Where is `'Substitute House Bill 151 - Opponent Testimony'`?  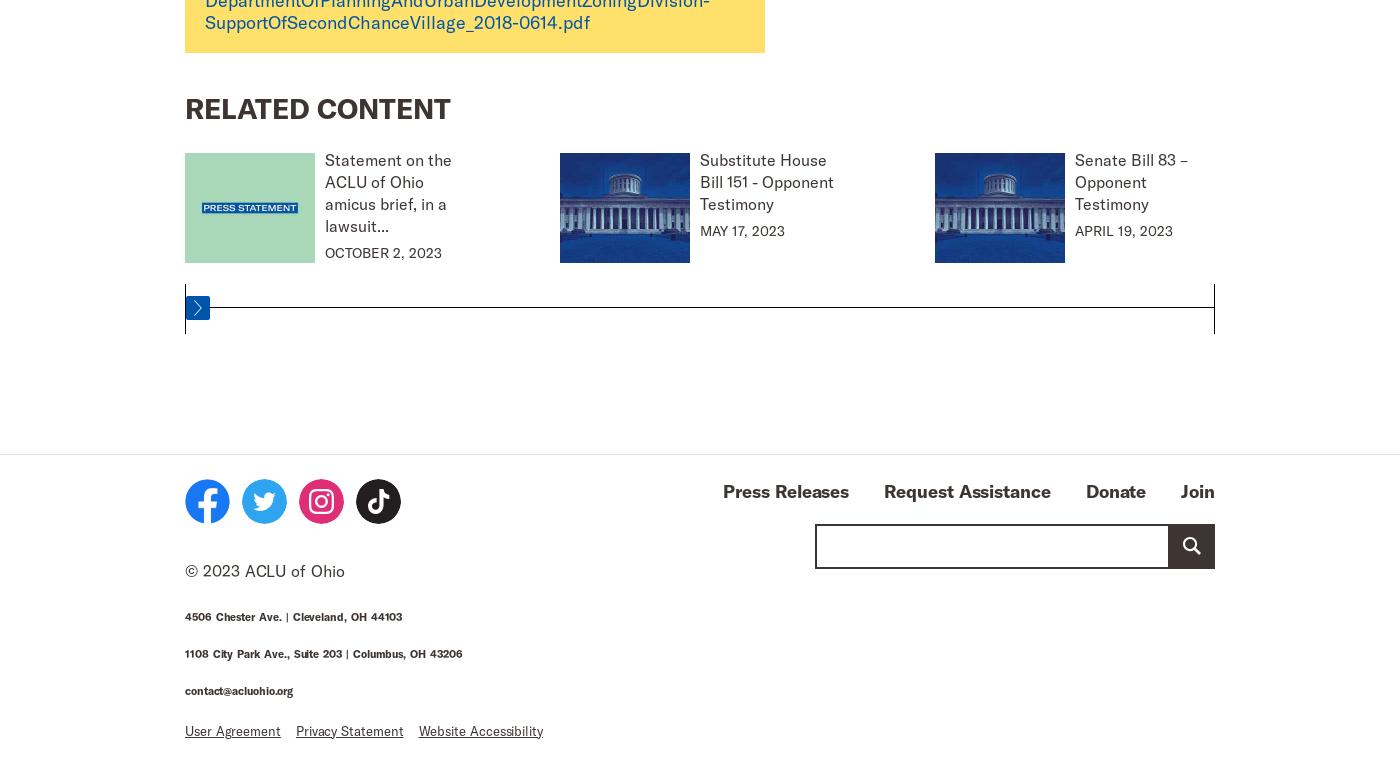 'Substitute House Bill 151 - Opponent Testimony' is located at coordinates (767, 180).